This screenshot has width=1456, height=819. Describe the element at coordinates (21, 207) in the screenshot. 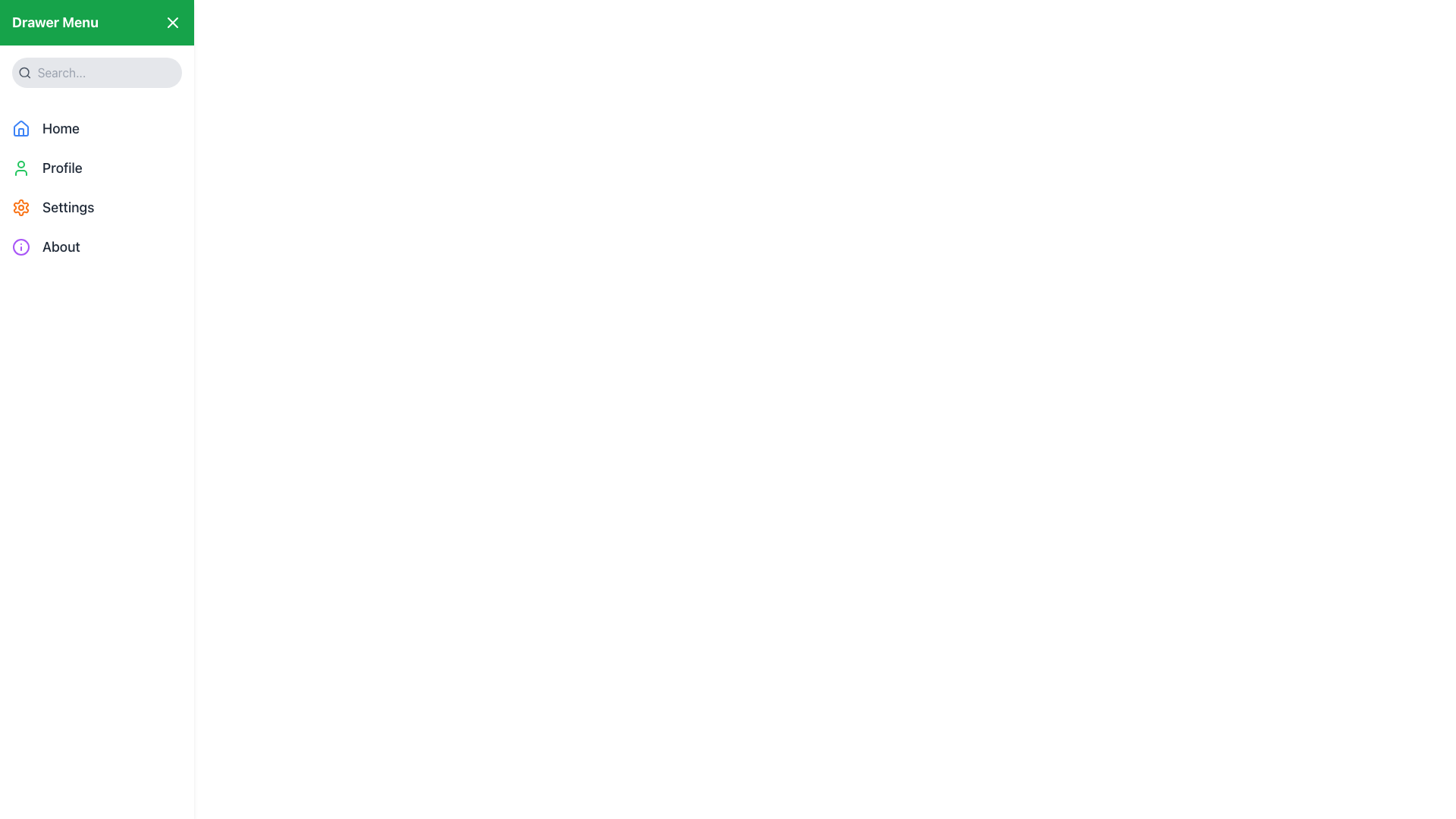

I see `the orange gear-shaped icon indicating settings, located to the left of the 'Settings' text in the side navigation menu` at that location.